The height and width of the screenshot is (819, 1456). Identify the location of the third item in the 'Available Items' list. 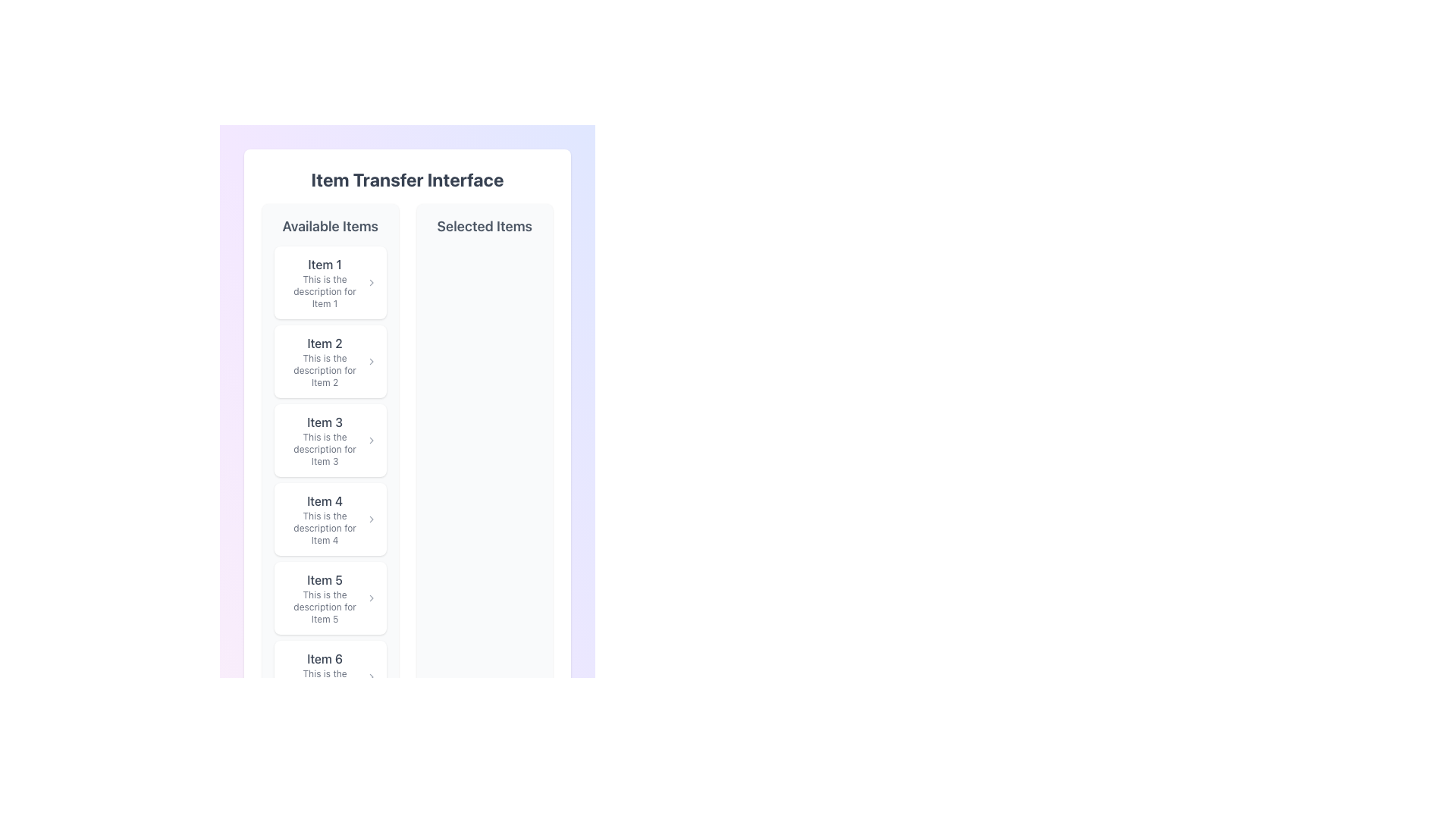
(329, 441).